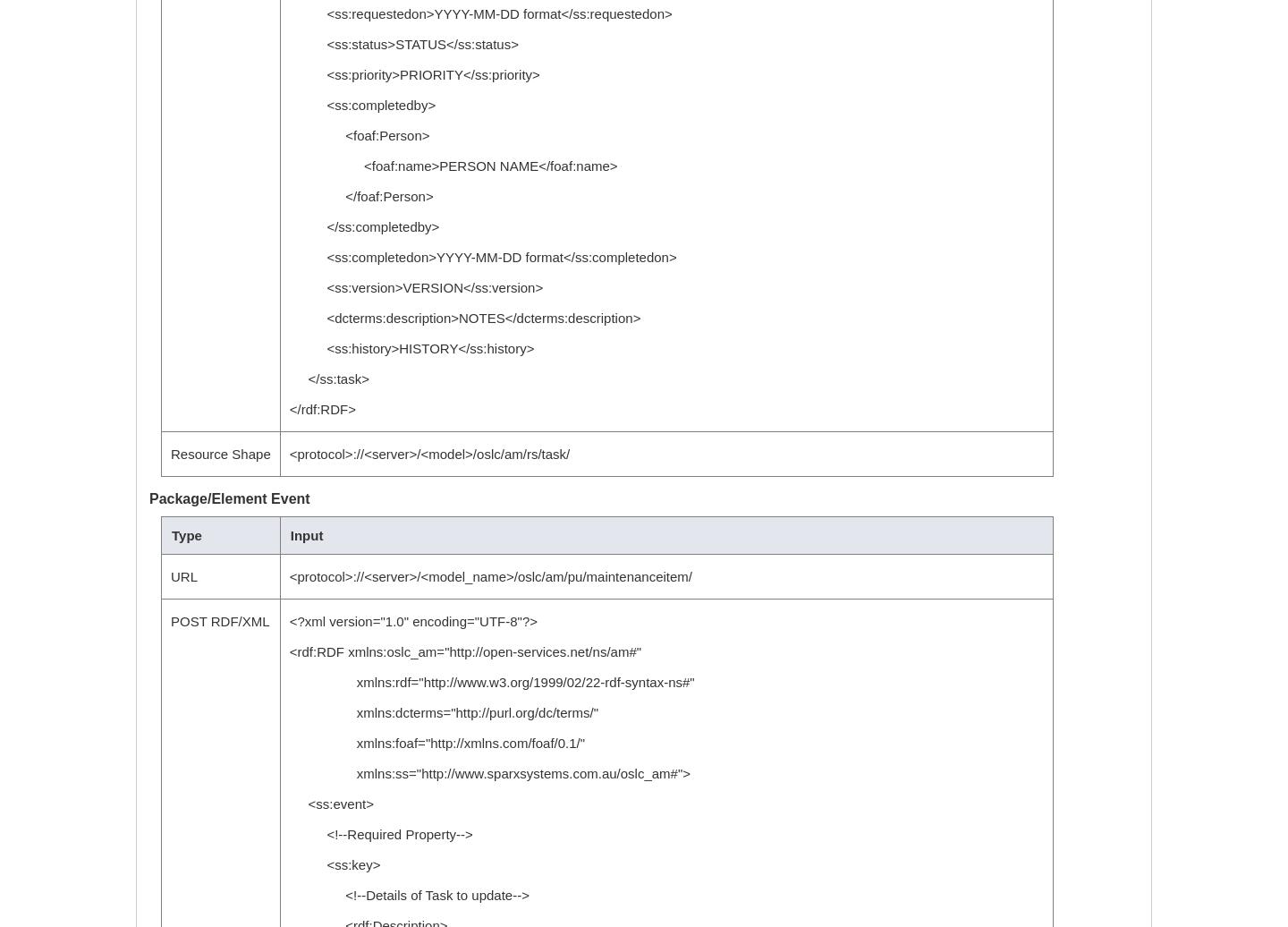  What do you see at coordinates (170, 576) in the screenshot?
I see `'URL'` at bounding box center [170, 576].